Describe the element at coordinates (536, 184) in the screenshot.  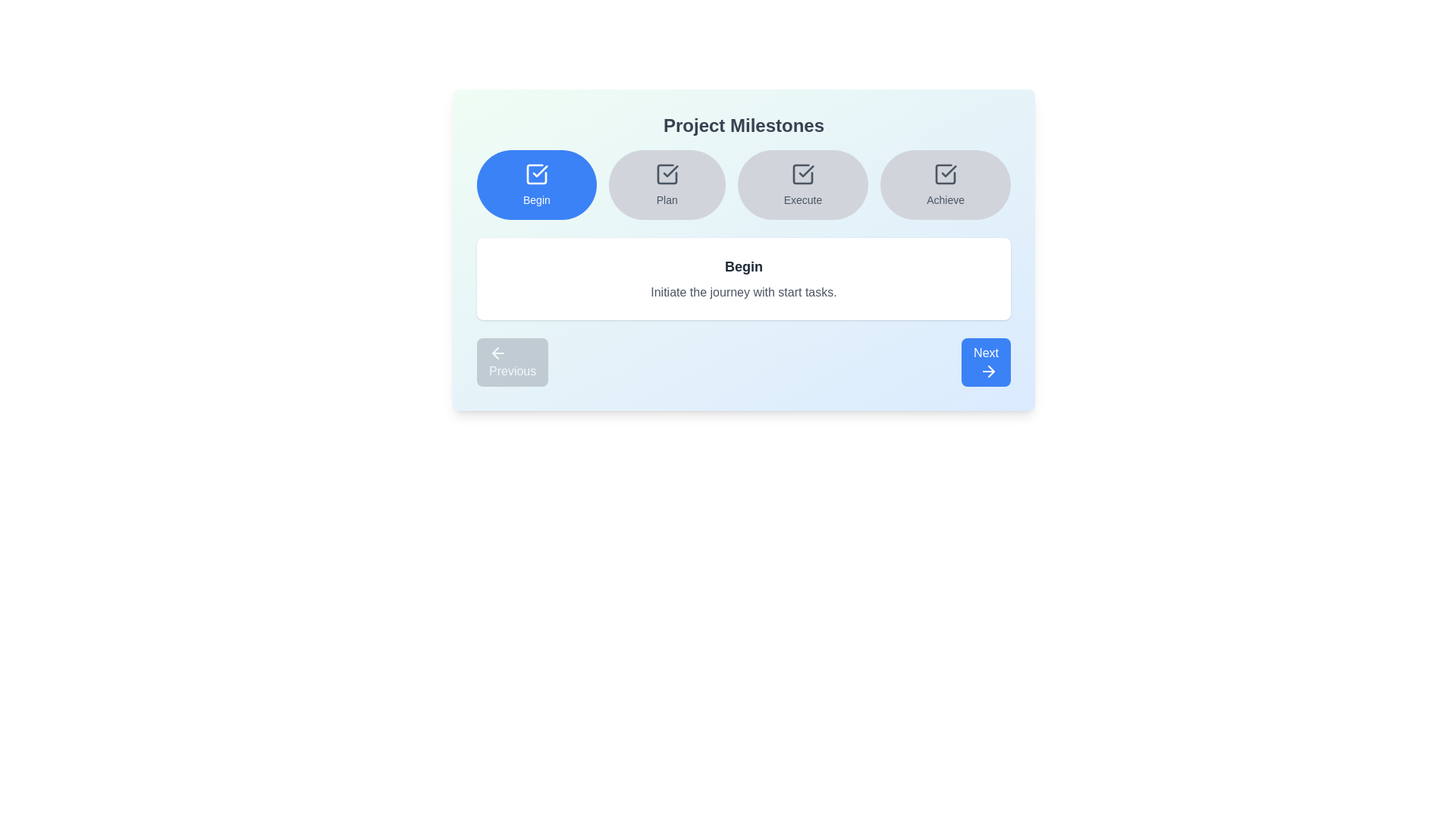
I see `the 'Begin' button located beneath the 'Project Milestones' heading` at that location.